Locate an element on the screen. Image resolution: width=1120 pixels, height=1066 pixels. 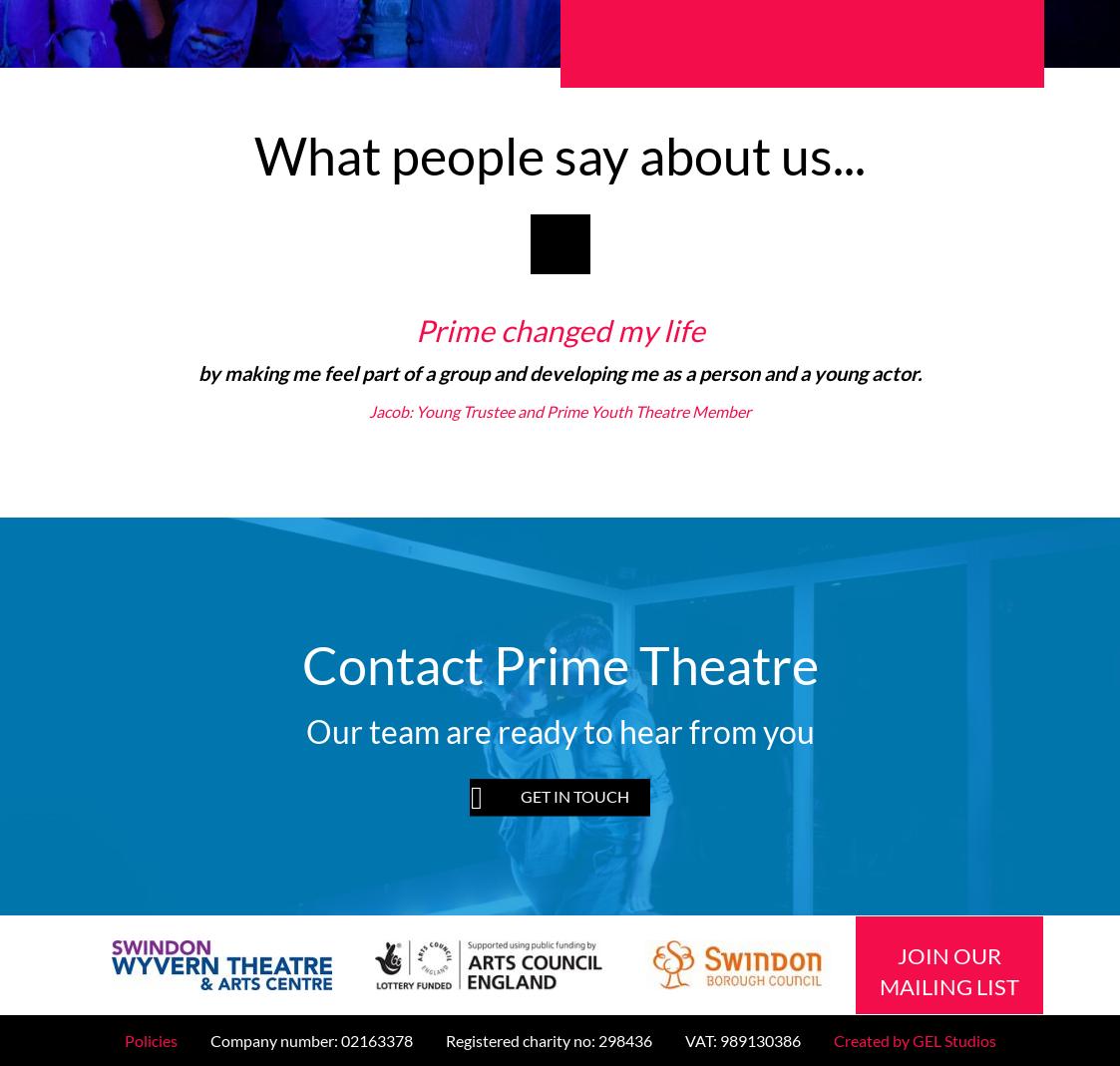
'VAT: 989130386' is located at coordinates (684, 1039).